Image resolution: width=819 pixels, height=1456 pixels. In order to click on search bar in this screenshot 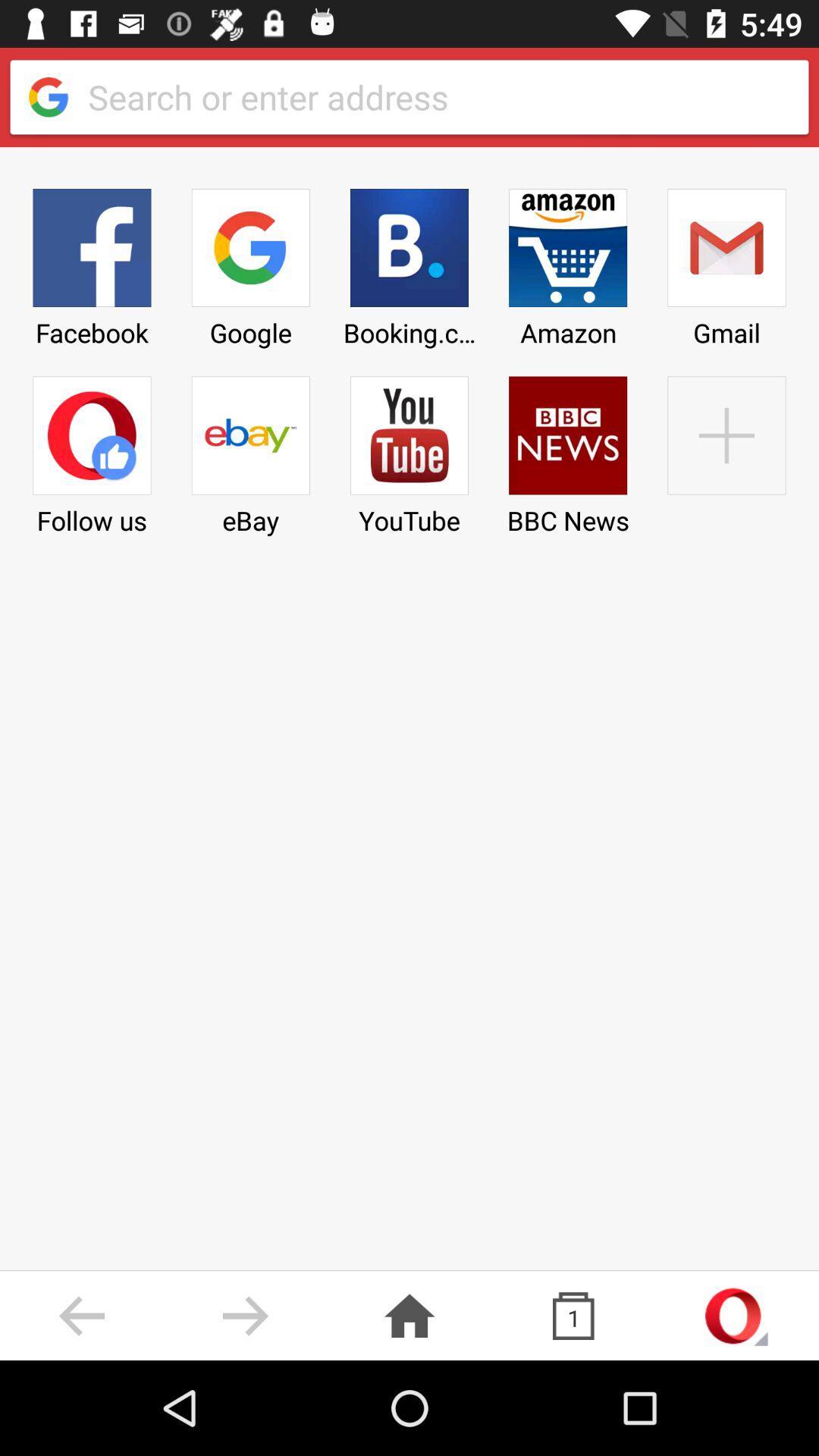, I will do `click(435, 96)`.